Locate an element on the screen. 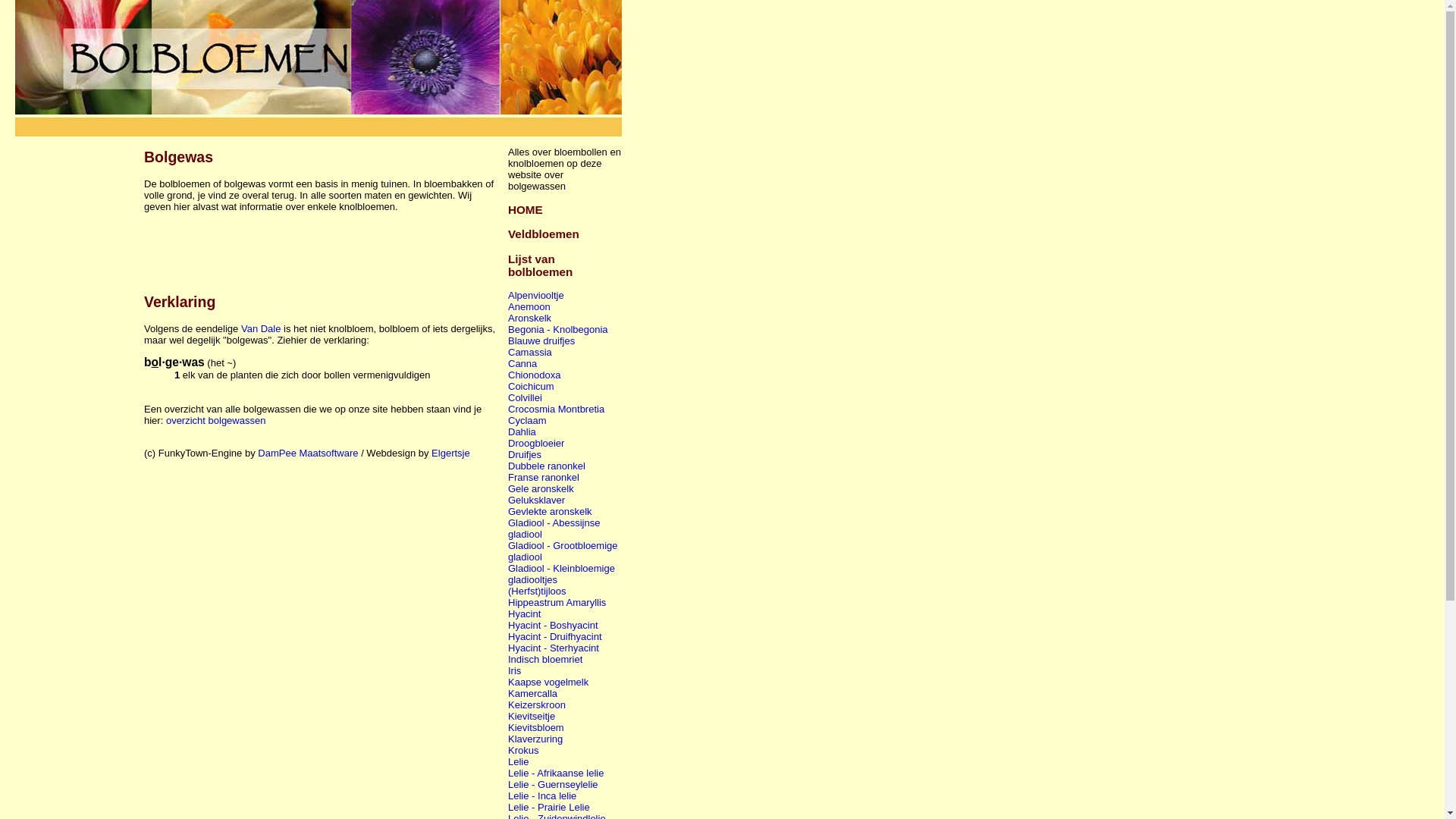  'Geluksklaver' is located at coordinates (536, 500).